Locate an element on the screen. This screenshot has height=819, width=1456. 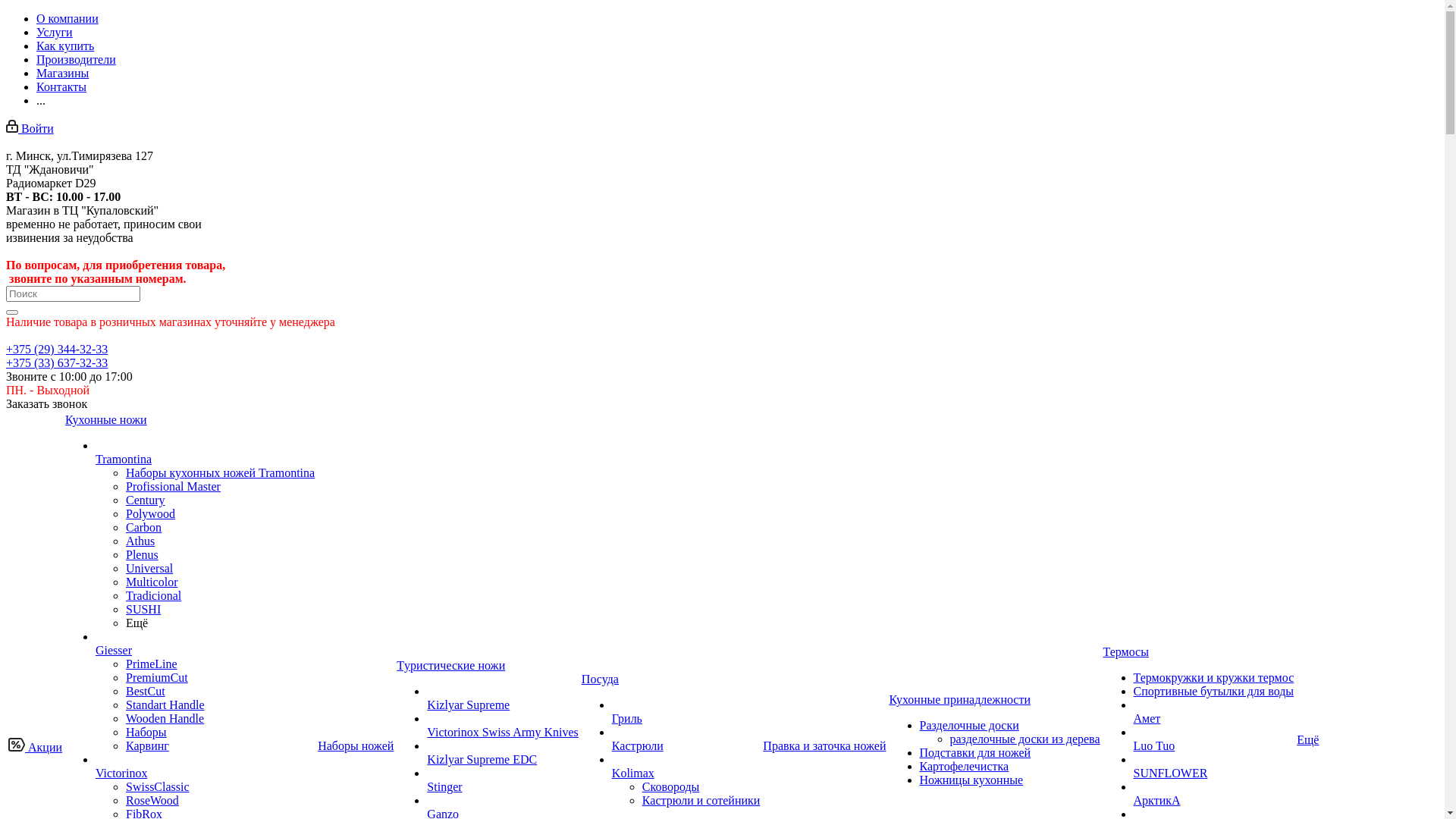
'Victorinox' is located at coordinates (95, 763).